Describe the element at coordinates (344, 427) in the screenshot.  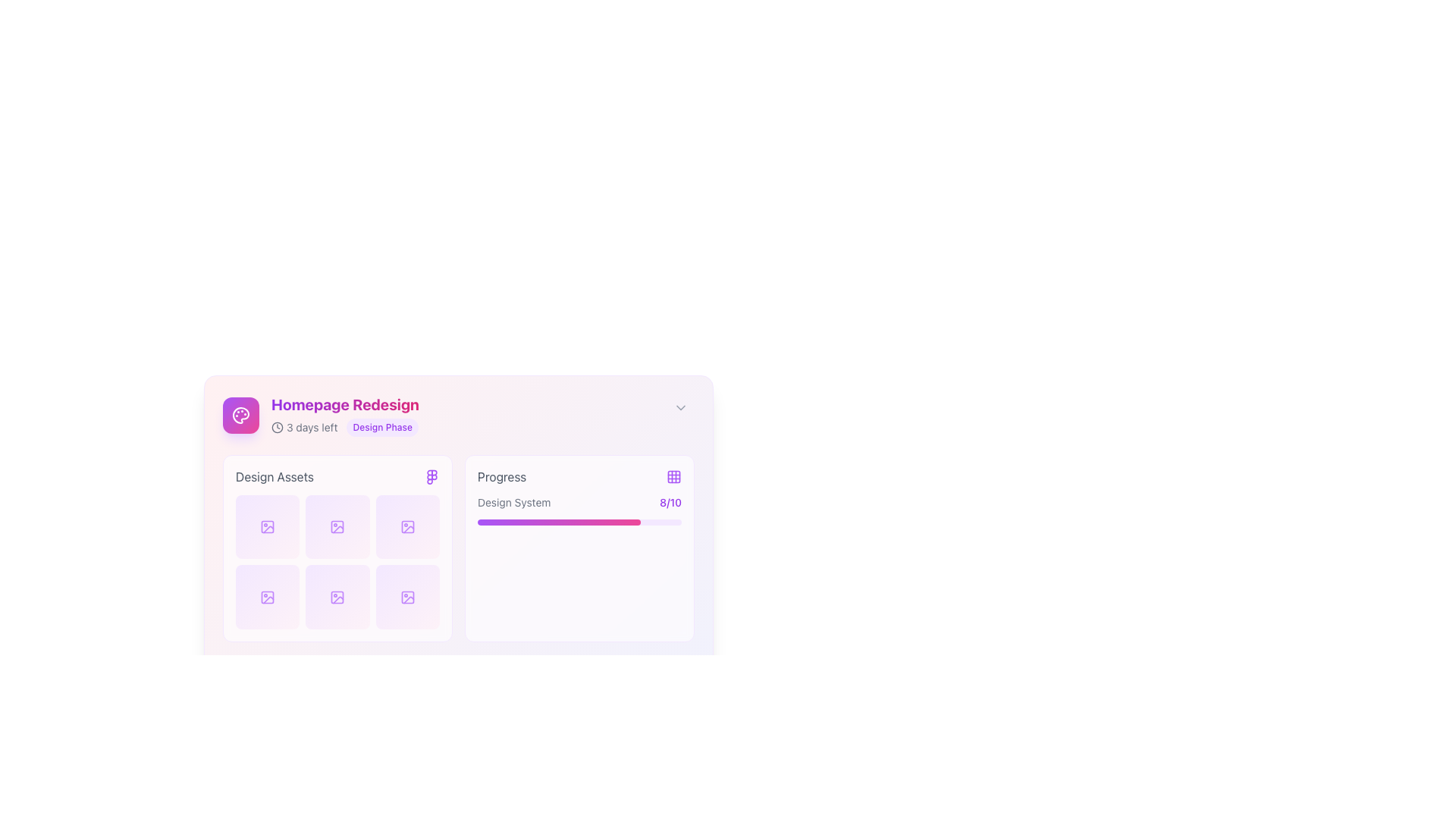
I see `the Information display element featuring a clock icon and the text '3 days left', along with the 'Design Phase' label` at that location.